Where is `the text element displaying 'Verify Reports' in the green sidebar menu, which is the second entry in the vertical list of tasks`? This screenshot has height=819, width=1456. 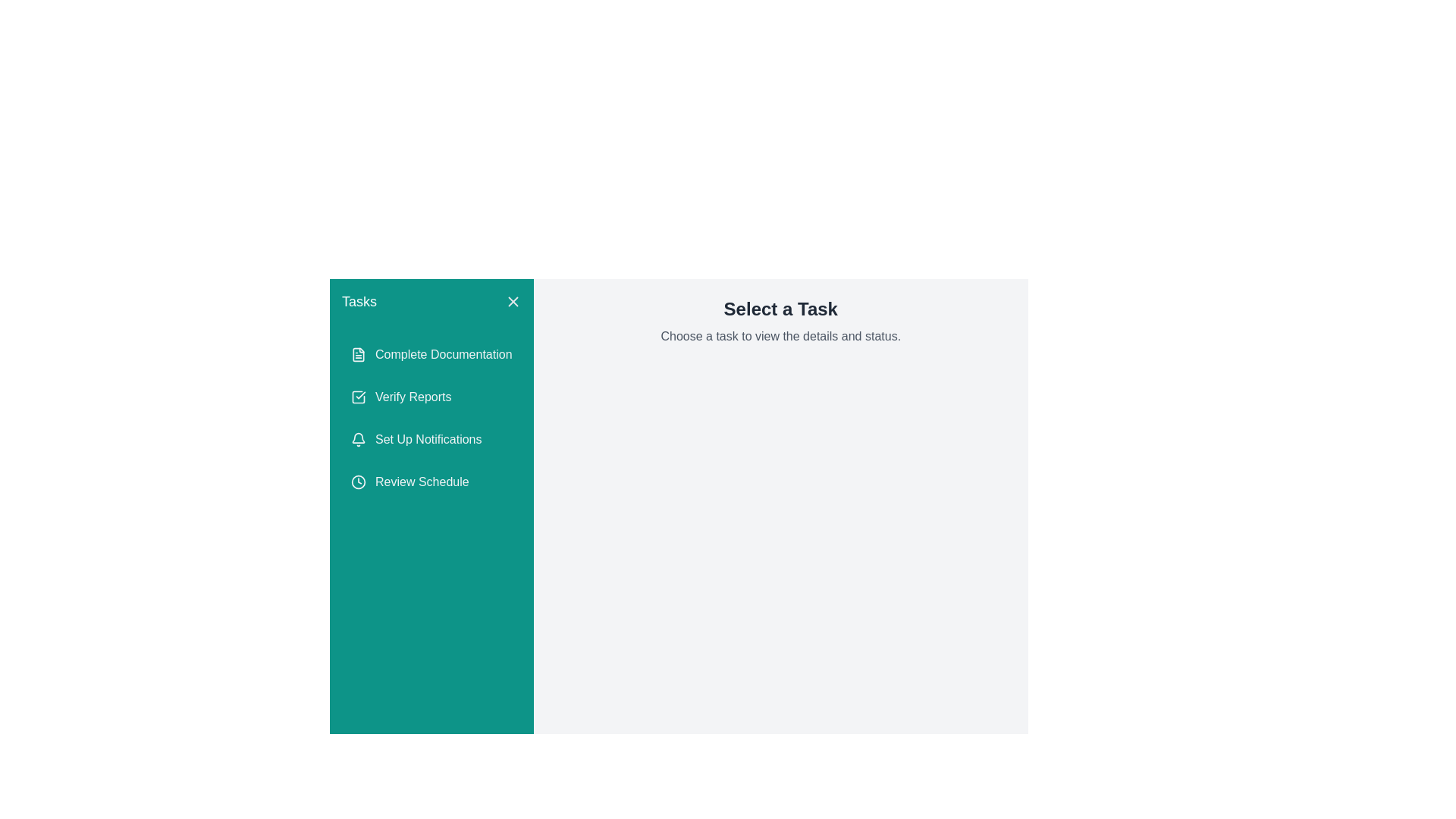
the text element displaying 'Verify Reports' in the green sidebar menu, which is the second entry in the vertical list of tasks is located at coordinates (413, 397).